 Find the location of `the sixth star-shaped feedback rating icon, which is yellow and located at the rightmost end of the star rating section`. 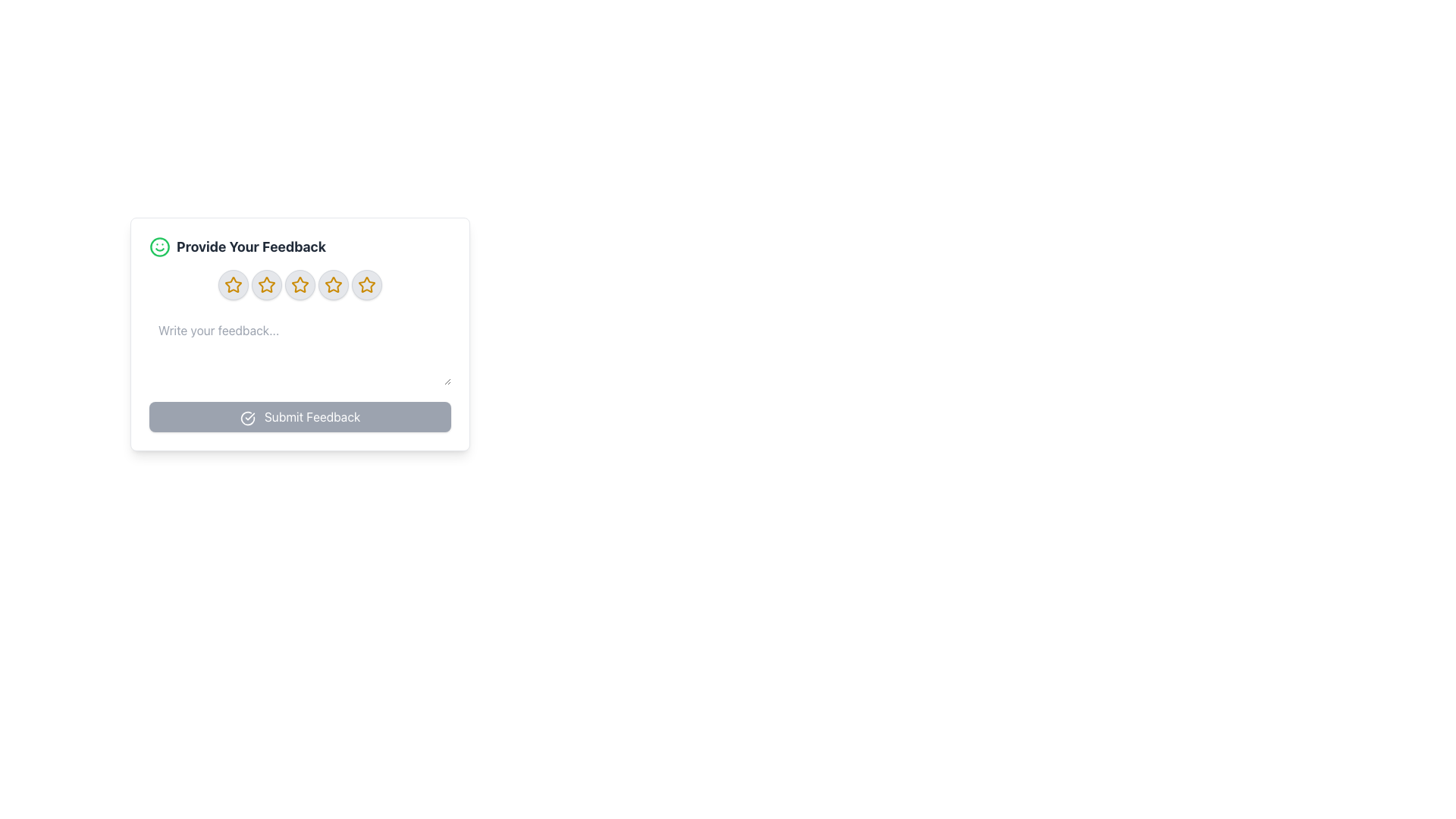

the sixth star-shaped feedback rating icon, which is yellow and located at the rightmost end of the star rating section is located at coordinates (367, 284).